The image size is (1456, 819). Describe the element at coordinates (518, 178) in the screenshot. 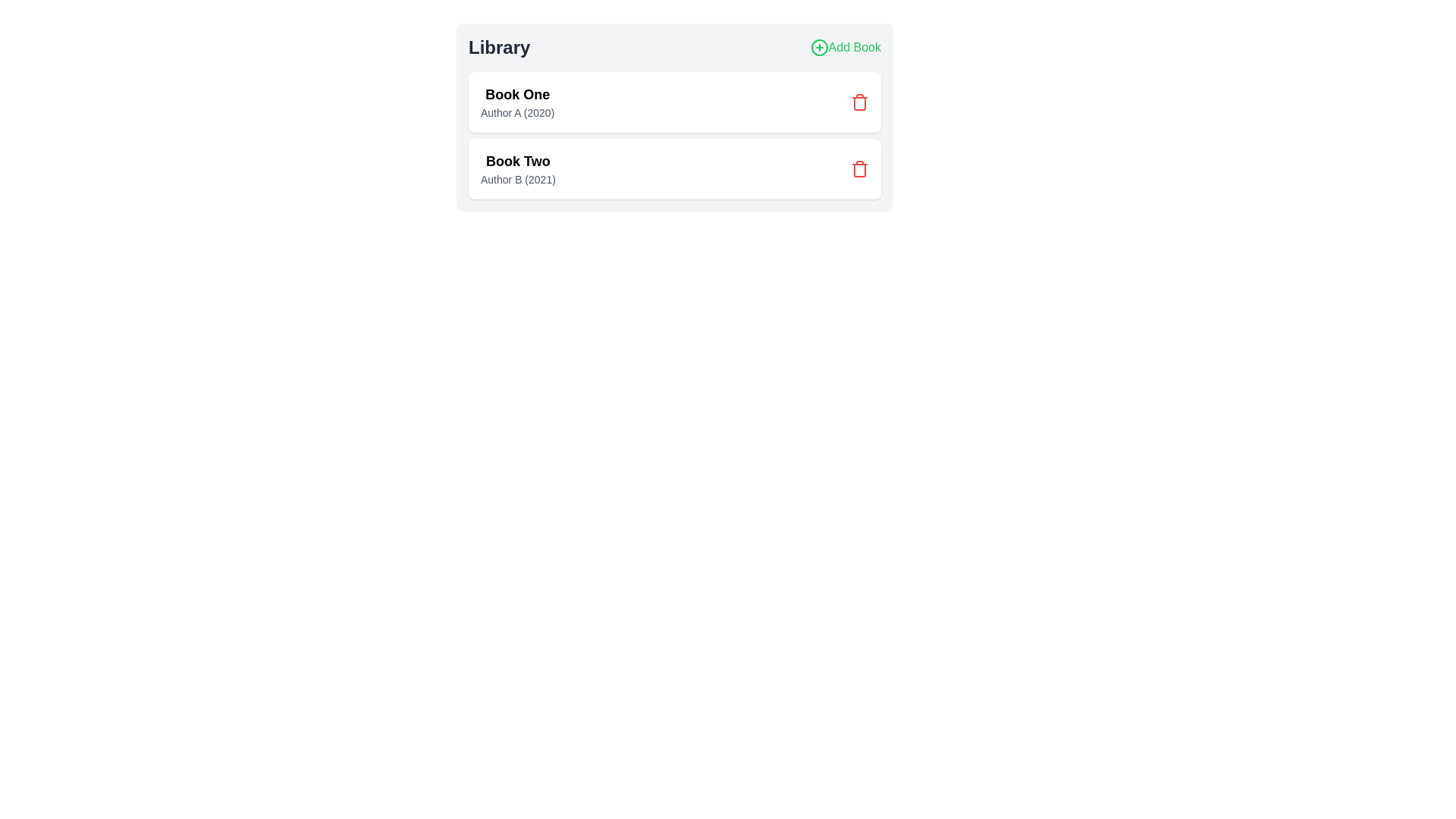

I see `the text label displaying the author and publication year details for the associated book, which is positioned below 'Book Two' in the second card of the 'Library' interface` at that location.